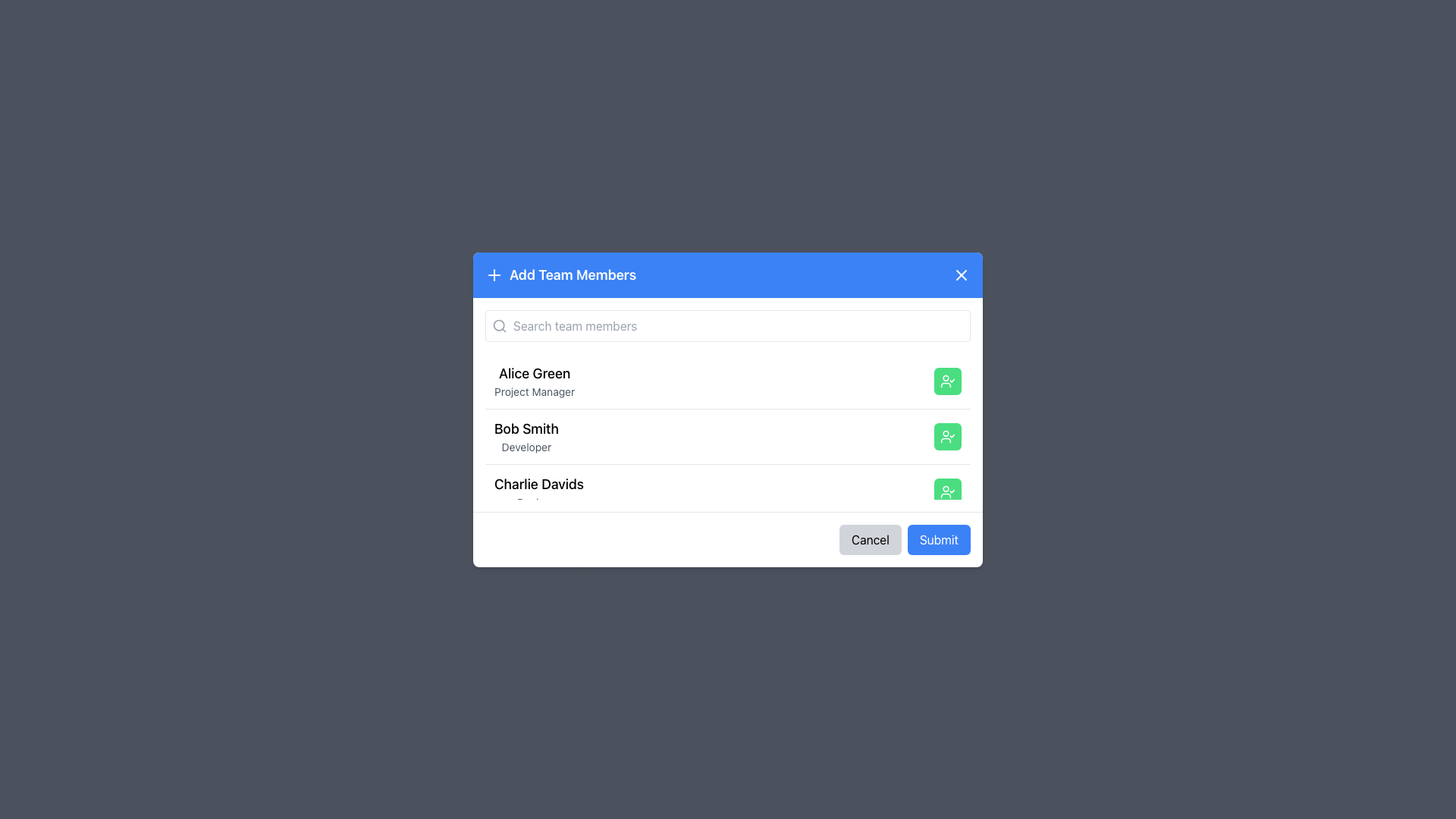 This screenshot has height=819, width=1456. What do you see at coordinates (946, 380) in the screenshot?
I see `the green rectangular button with rounded corners featuring a white user icon and checkmark symbol` at bounding box center [946, 380].